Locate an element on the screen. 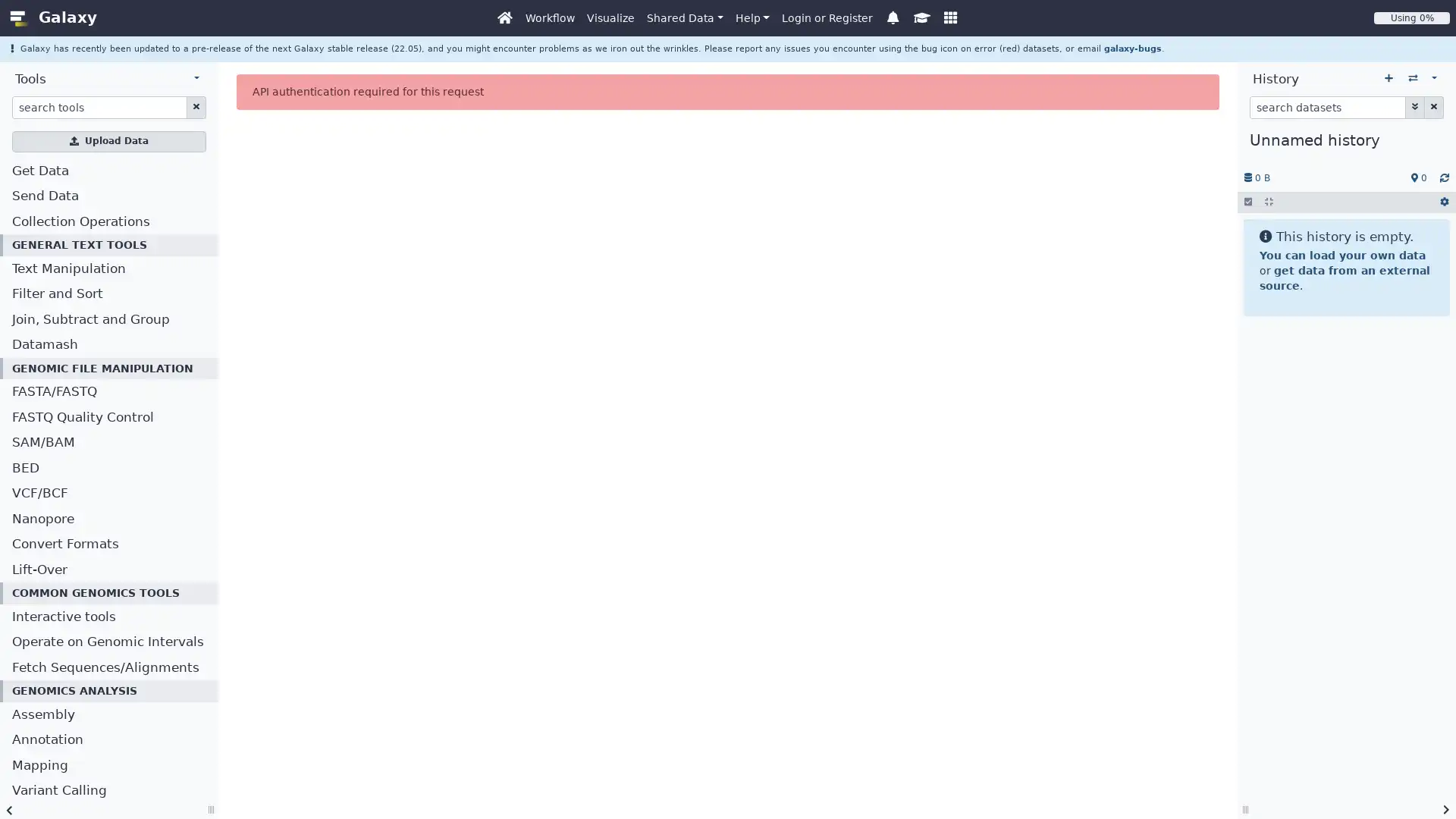 The height and width of the screenshot is (819, 1456). Select Items is located at coordinates (1248, 201).